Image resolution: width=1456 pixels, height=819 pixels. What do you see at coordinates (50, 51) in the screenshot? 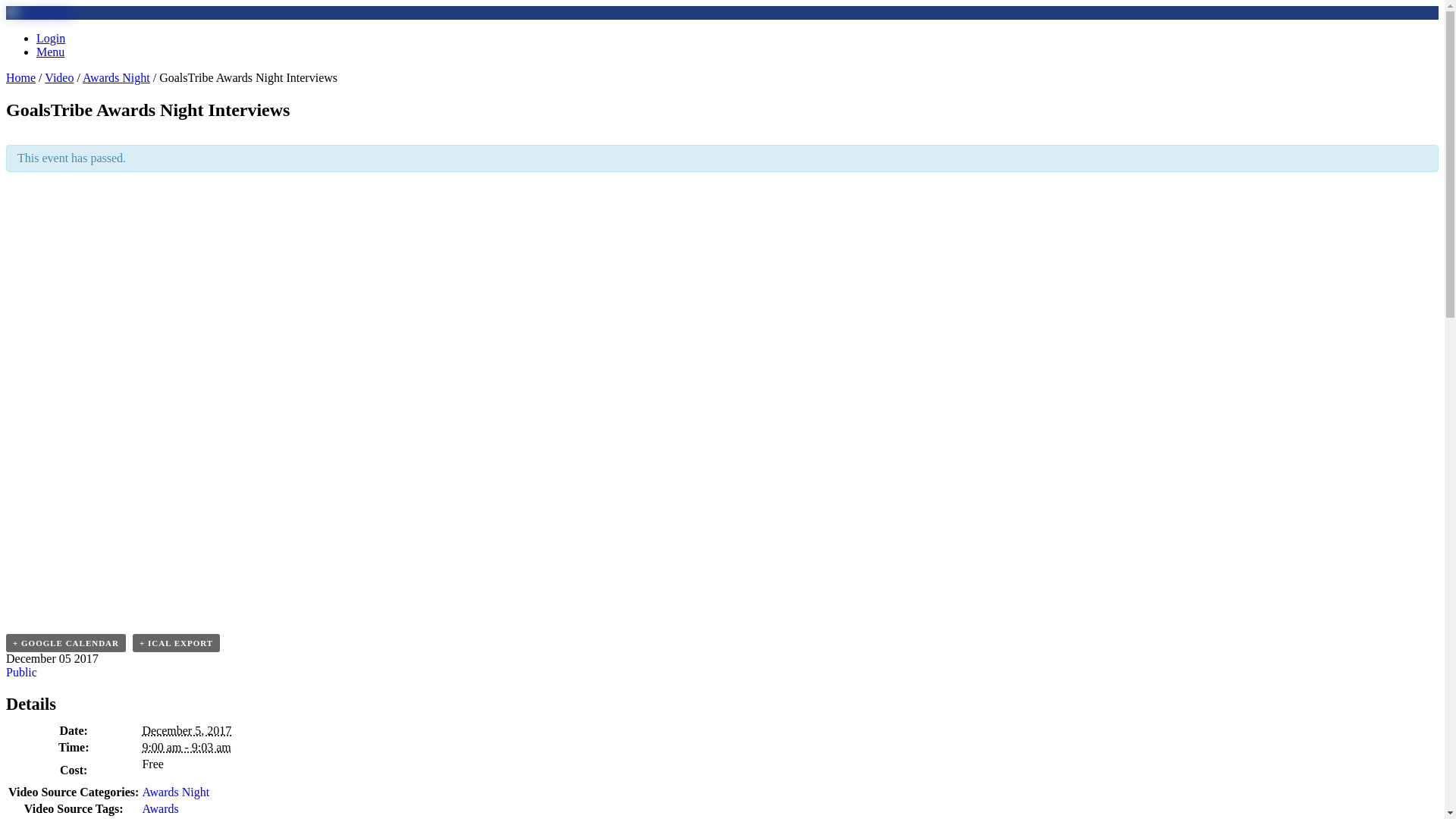
I see `'Menu'` at bounding box center [50, 51].